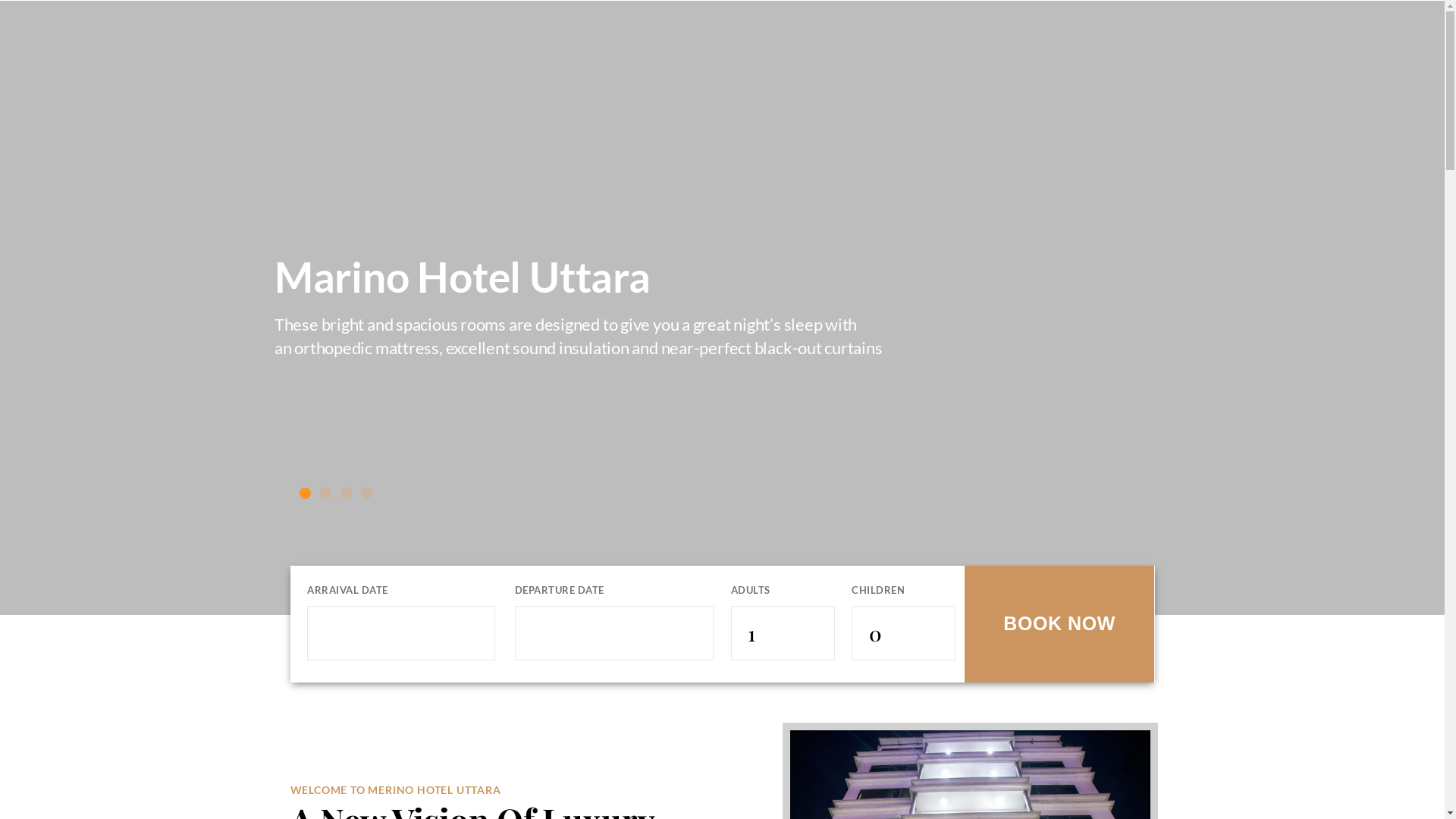 This screenshot has width=1456, height=819. Describe the element at coordinates (1058, 623) in the screenshot. I see `'BOOK NOW'` at that location.